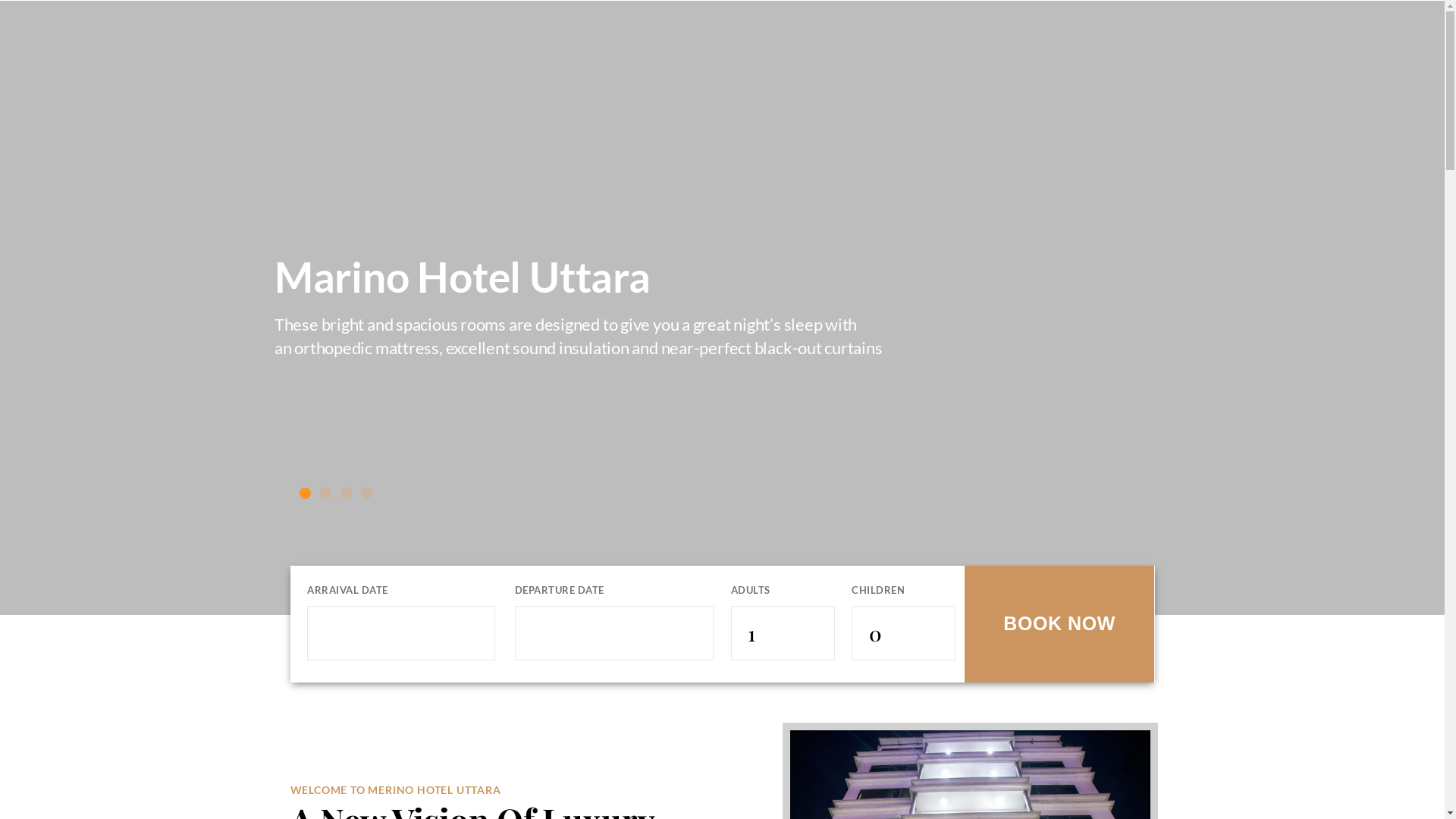 This screenshot has width=1456, height=819. Describe the element at coordinates (1058, 623) in the screenshot. I see `'BOOK NOW'` at that location.